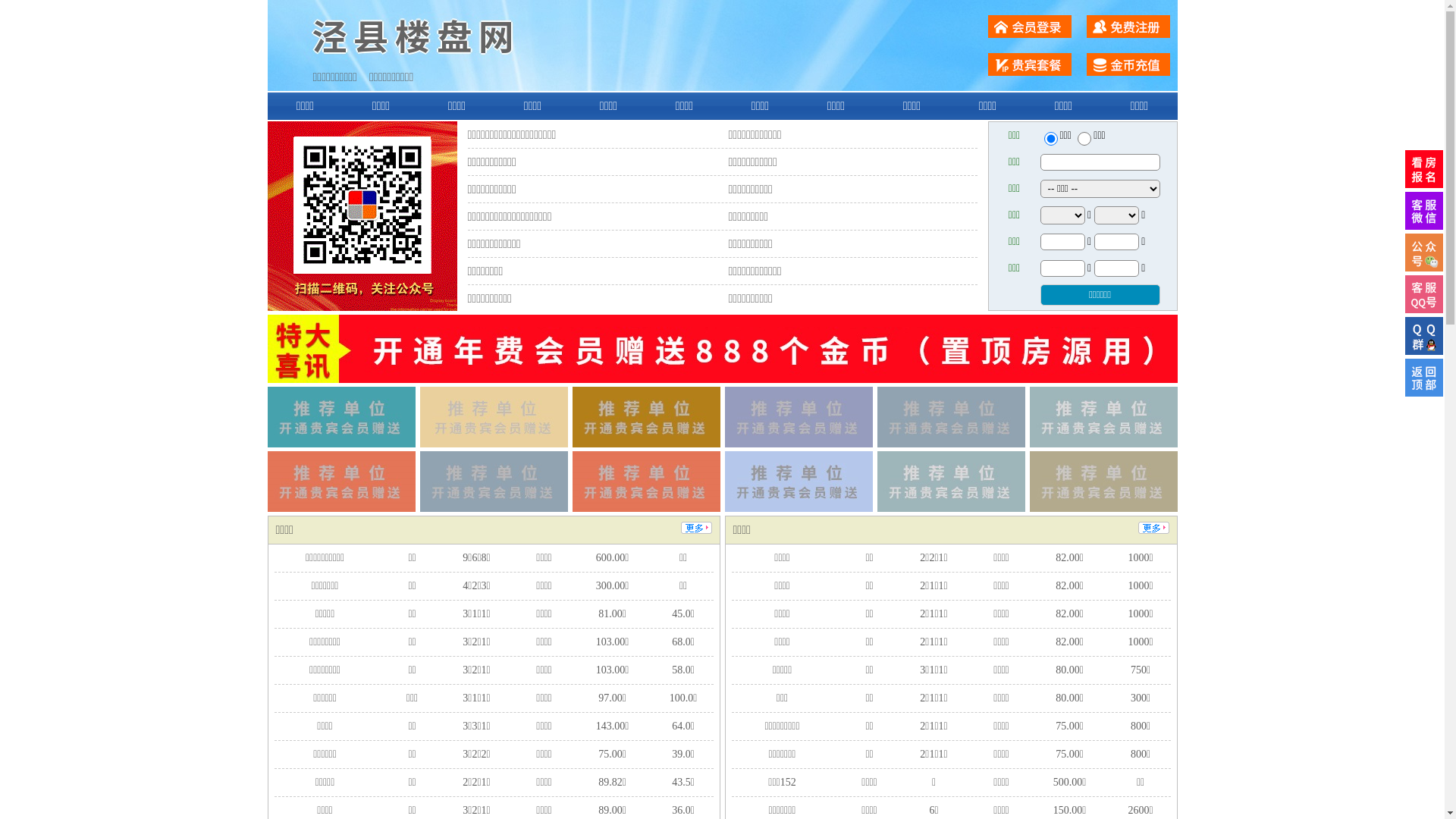  What do you see at coordinates (1076, 138) in the screenshot?
I see `'chuzu'` at bounding box center [1076, 138].